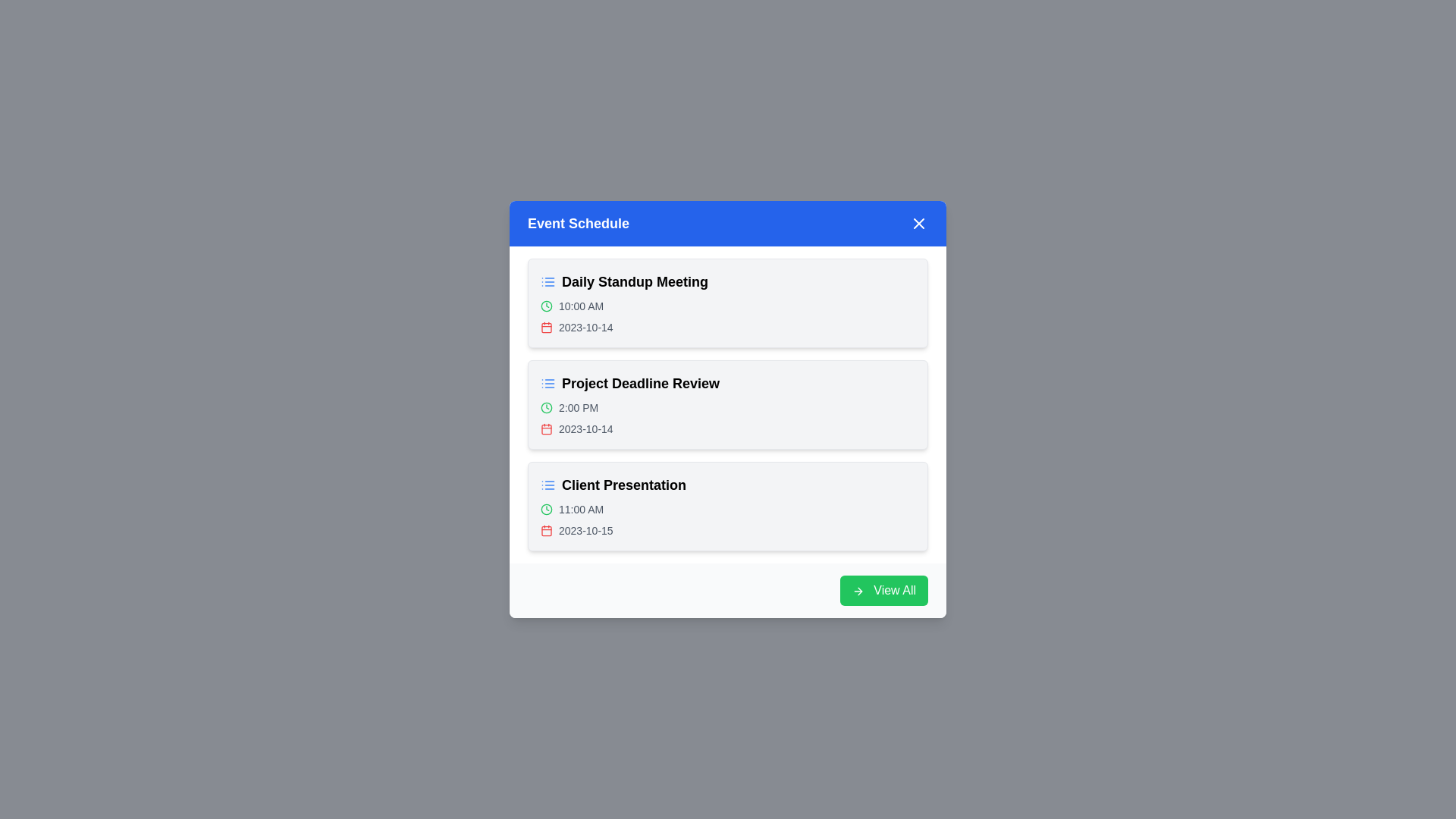 Image resolution: width=1456 pixels, height=819 pixels. What do you see at coordinates (546, 529) in the screenshot?
I see `the red calendar icon with a square body and rounded corners, located next to the date '2023-10-15' in the event schedule list` at bounding box center [546, 529].